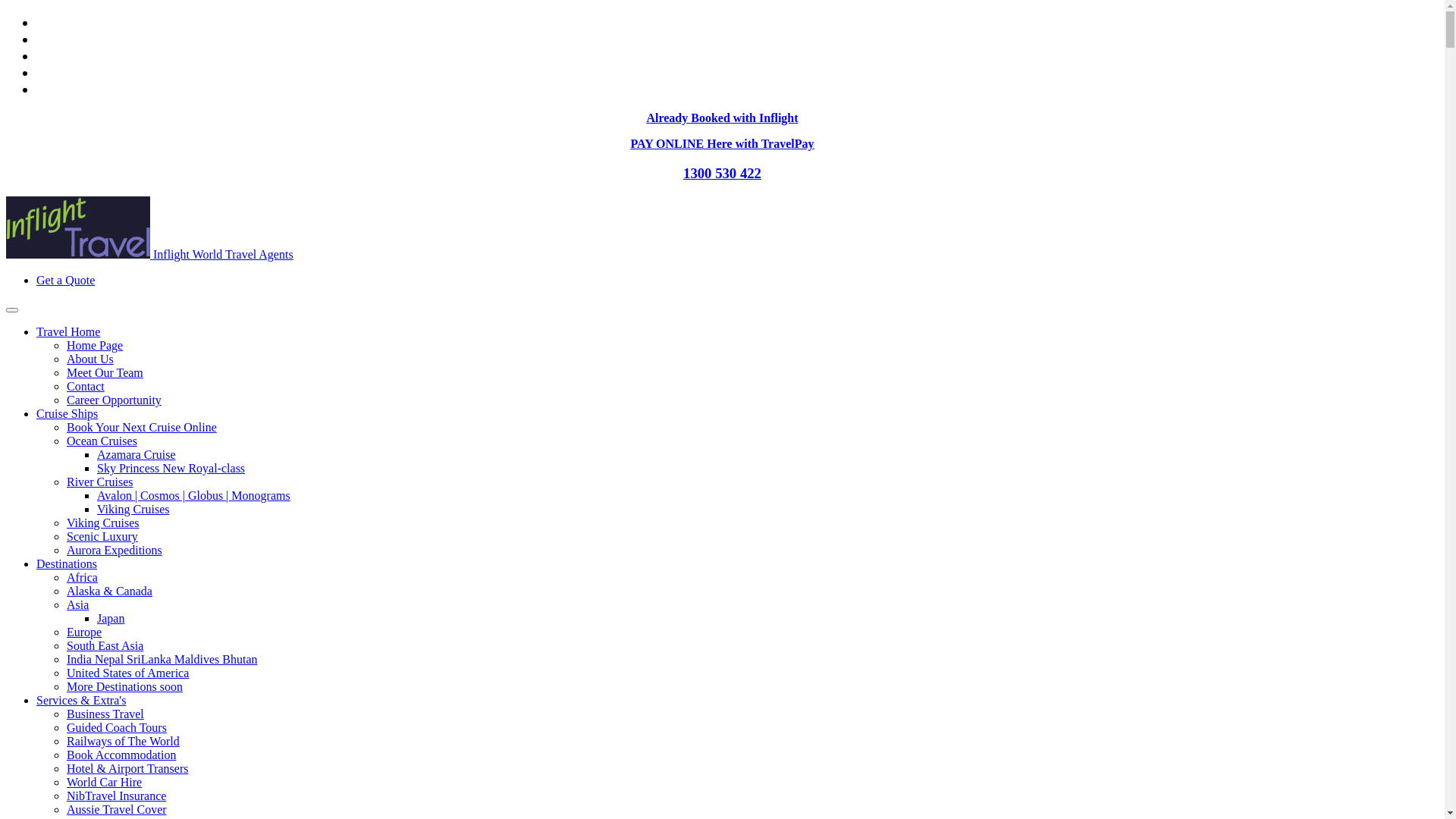 This screenshot has height=819, width=1456. Describe the element at coordinates (65, 563) in the screenshot. I see `'Destinations'` at that location.